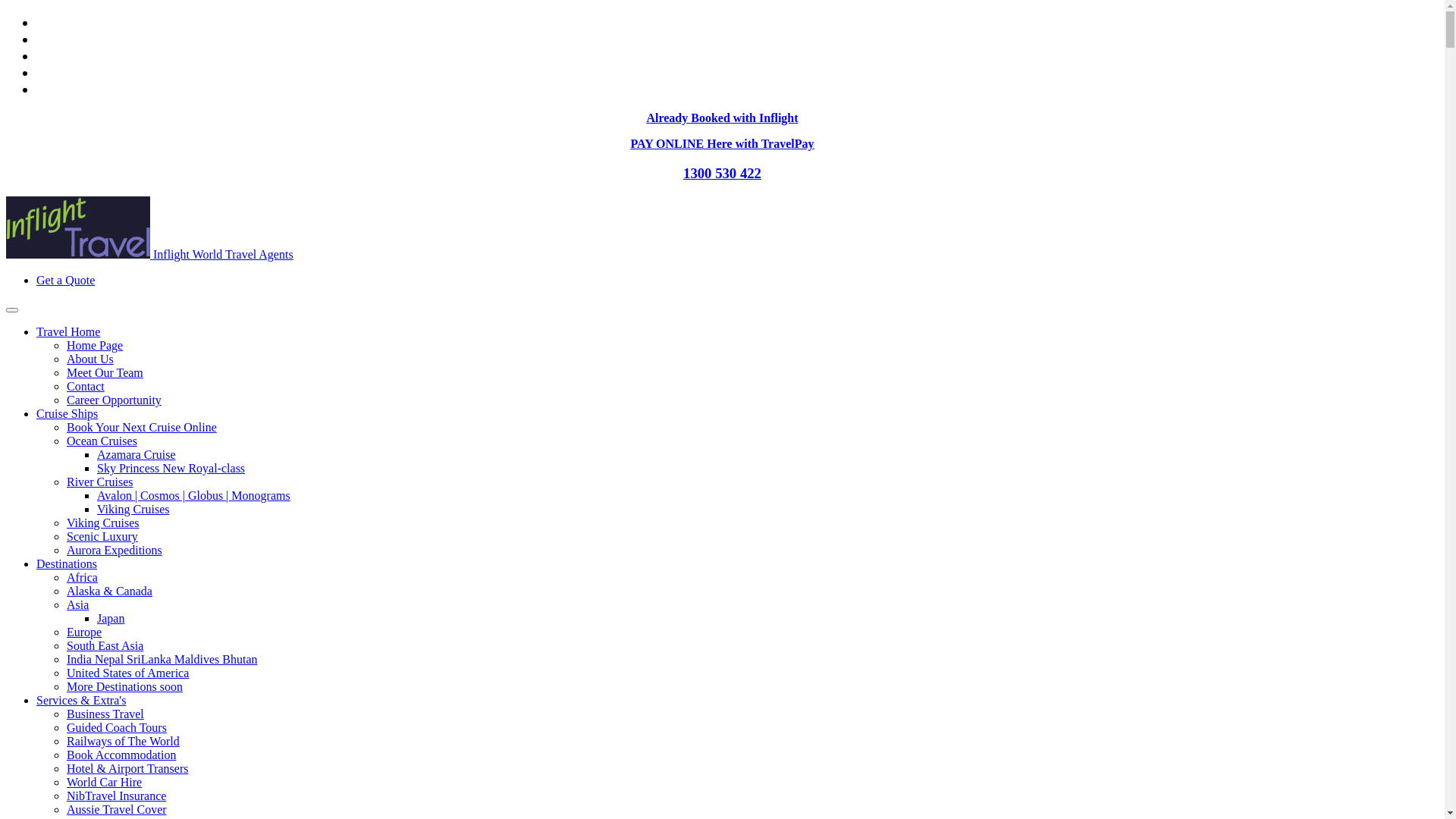 This screenshot has height=819, width=1456. Describe the element at coordinates (65, 563) in the screenshot. I see `'Destinations'` at that location.